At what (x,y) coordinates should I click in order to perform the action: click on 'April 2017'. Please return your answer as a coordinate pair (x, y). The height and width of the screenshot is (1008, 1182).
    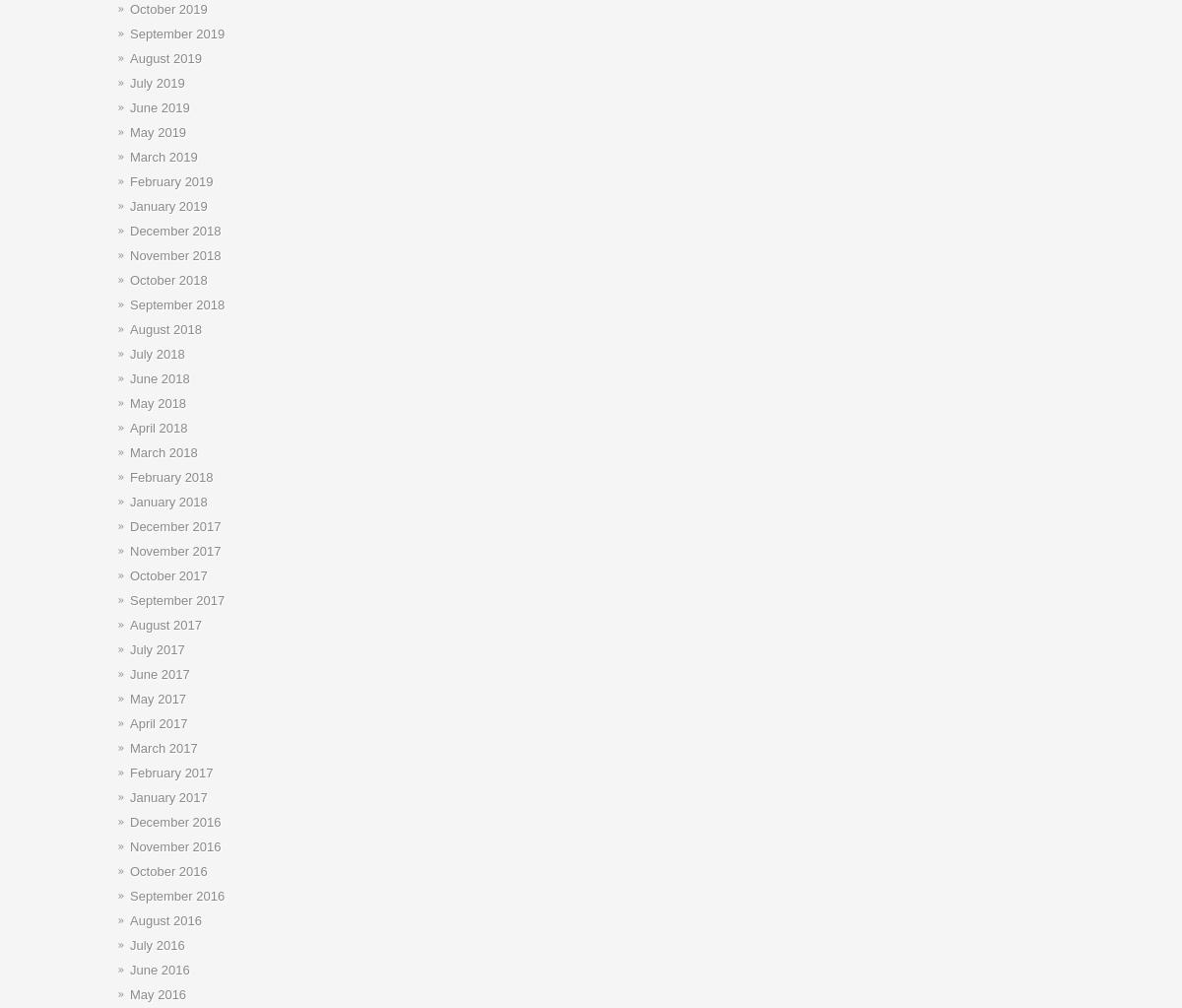
    Looking at the image, I should click on (158, 723).